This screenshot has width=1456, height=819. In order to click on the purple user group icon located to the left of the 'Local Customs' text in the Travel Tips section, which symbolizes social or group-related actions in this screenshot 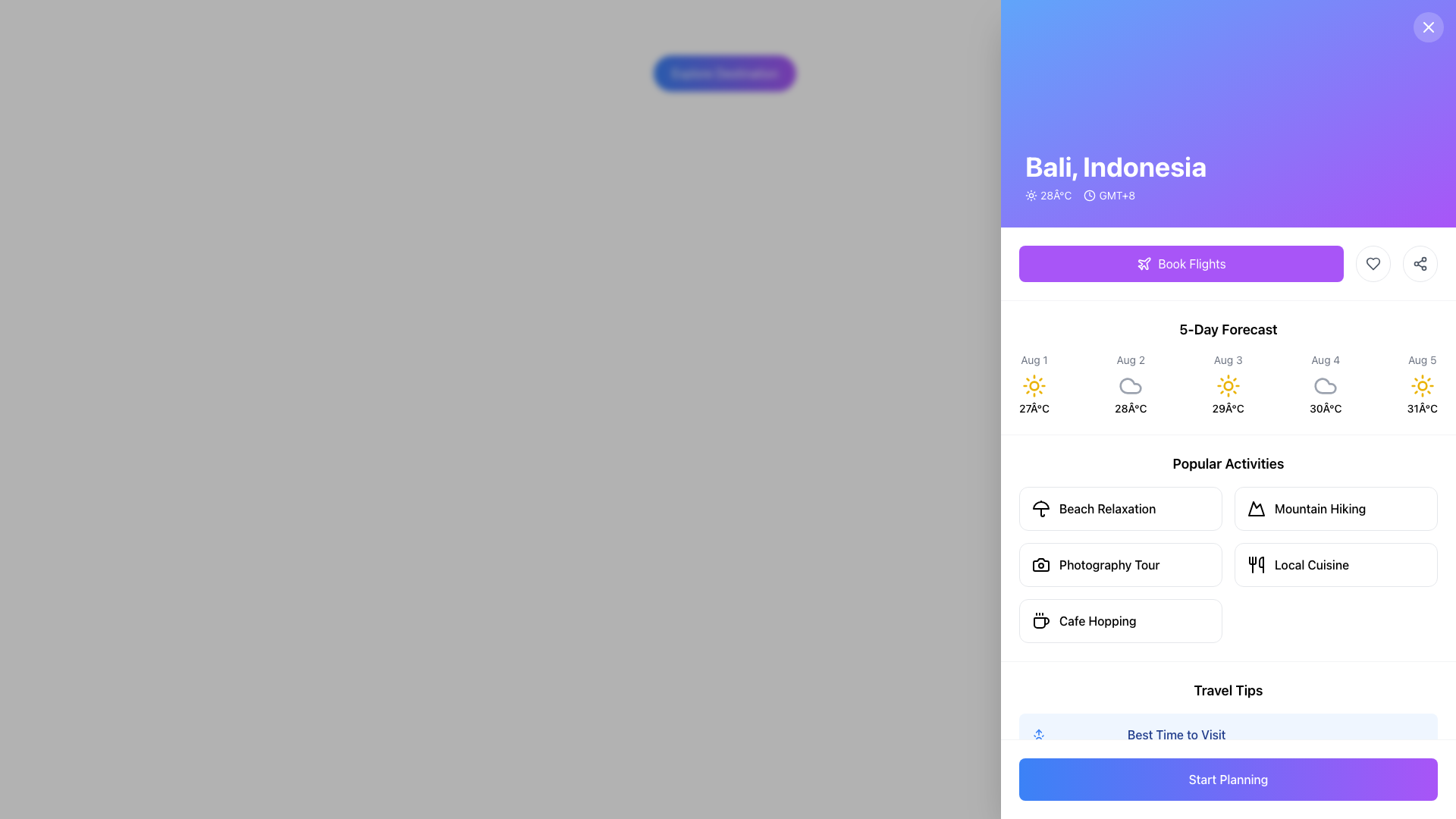, I will do `click(1037, 805)`.